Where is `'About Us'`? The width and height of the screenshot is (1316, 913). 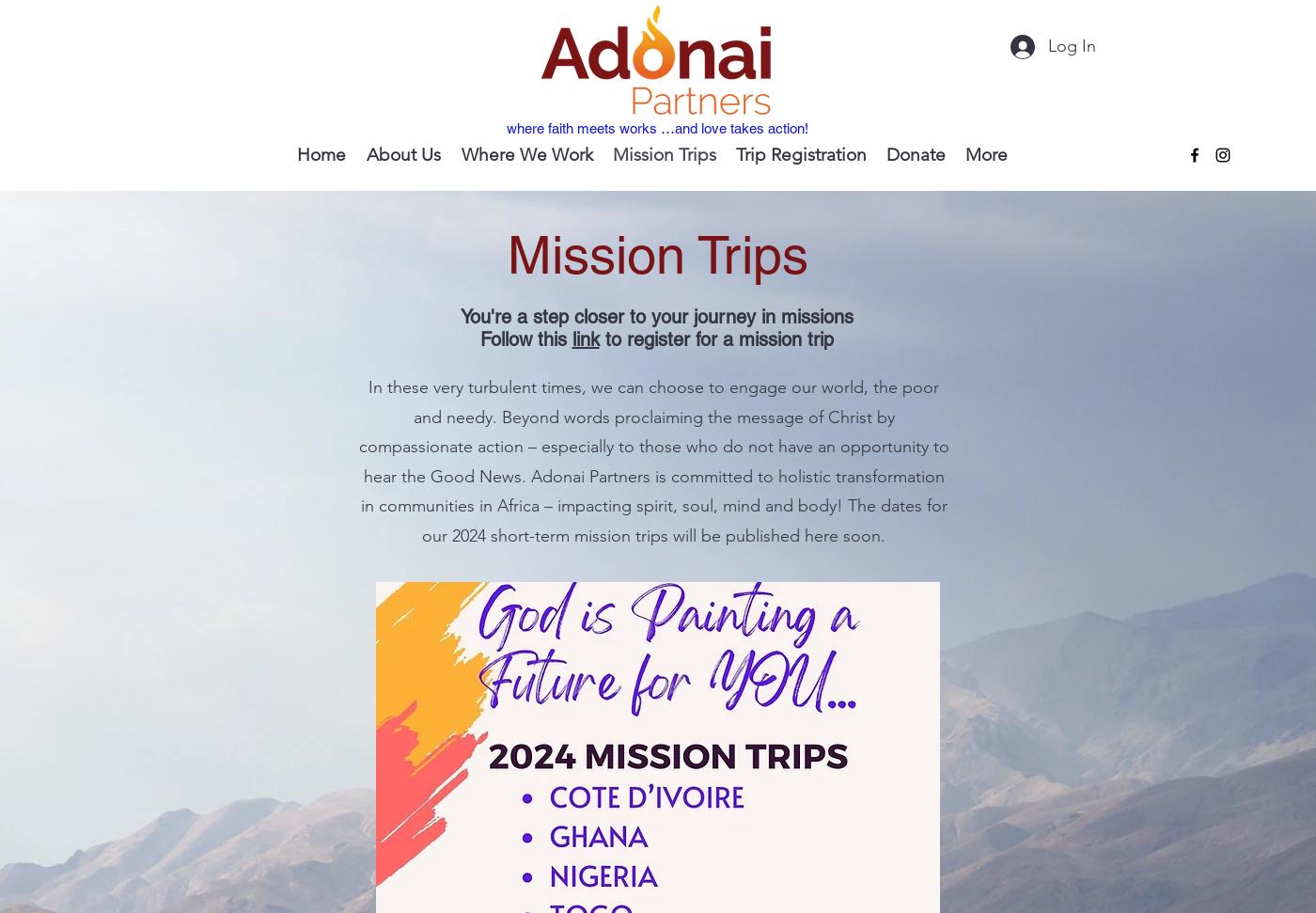 'About Us' is located at coordinates (402, 153).